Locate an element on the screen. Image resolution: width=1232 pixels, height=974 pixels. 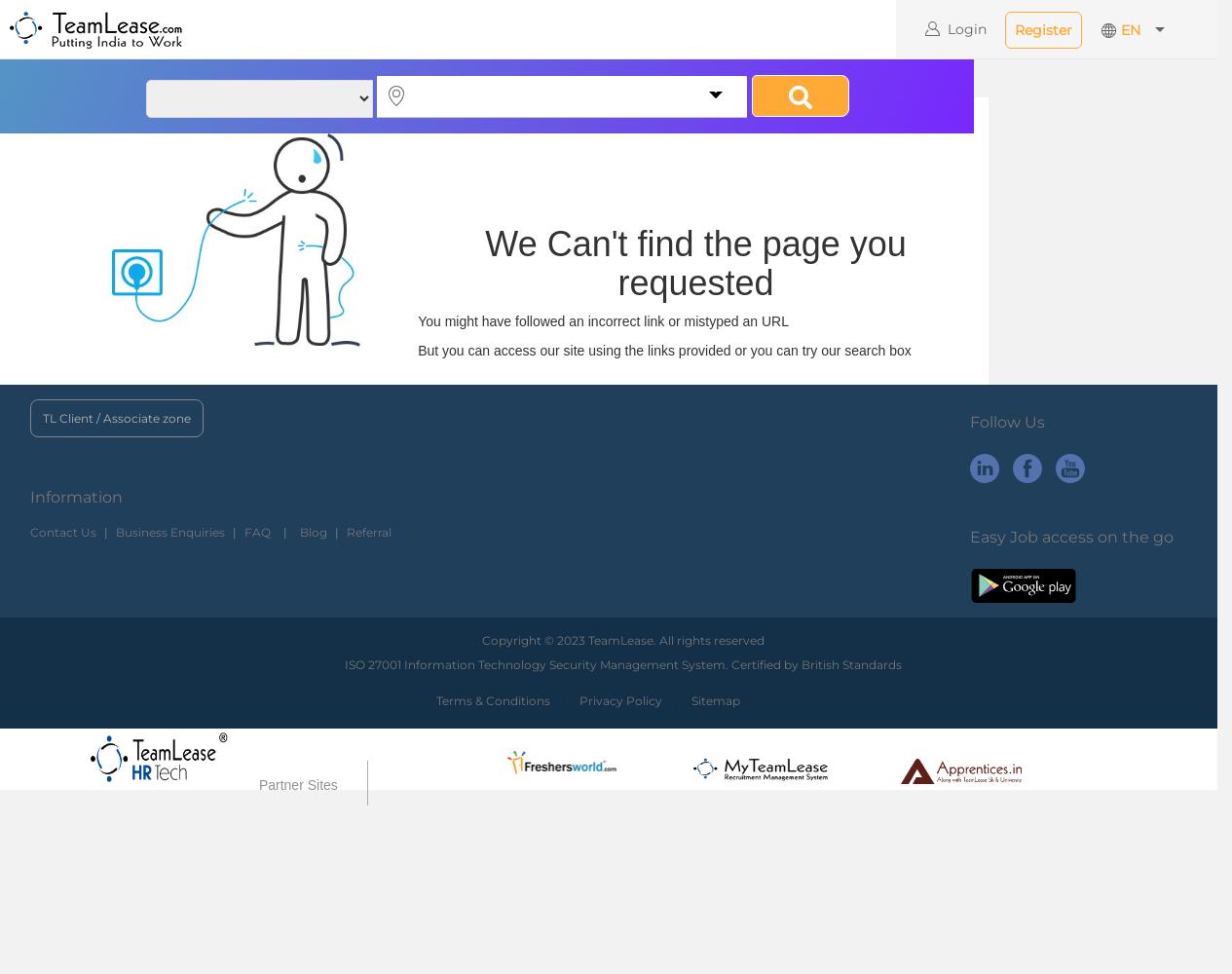
'Blog' is located at coordinates (312, 531).